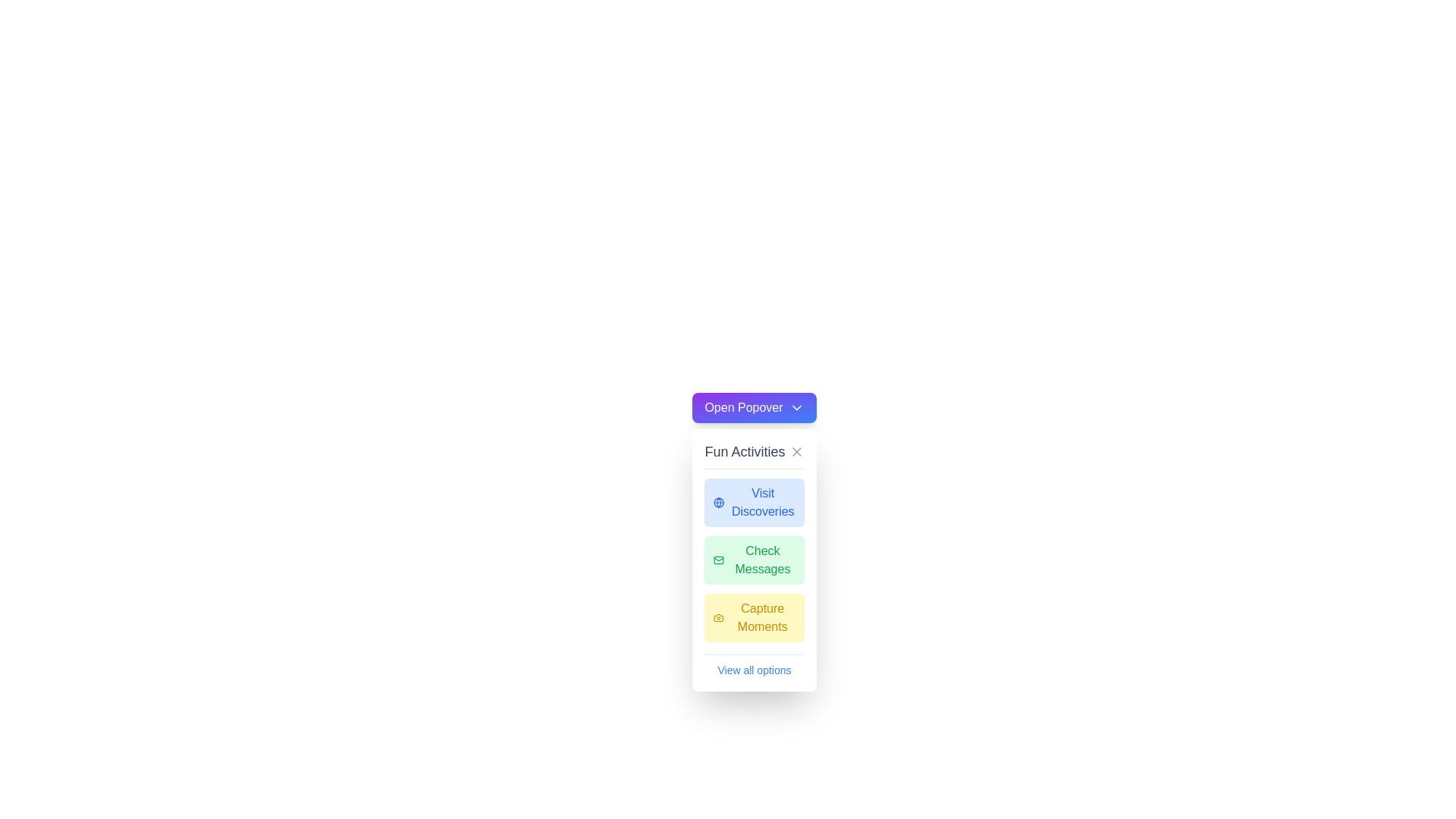 The width and height of the screenshot is (1456, 819). What do you see at coordinates (754, 560) in the screenshot?
I see `the dropdown menu or popover panel located below the 'Open Popover' button, which provides options for 'Fun Activities' and 'View all options'` at bounding box center [754, 560].